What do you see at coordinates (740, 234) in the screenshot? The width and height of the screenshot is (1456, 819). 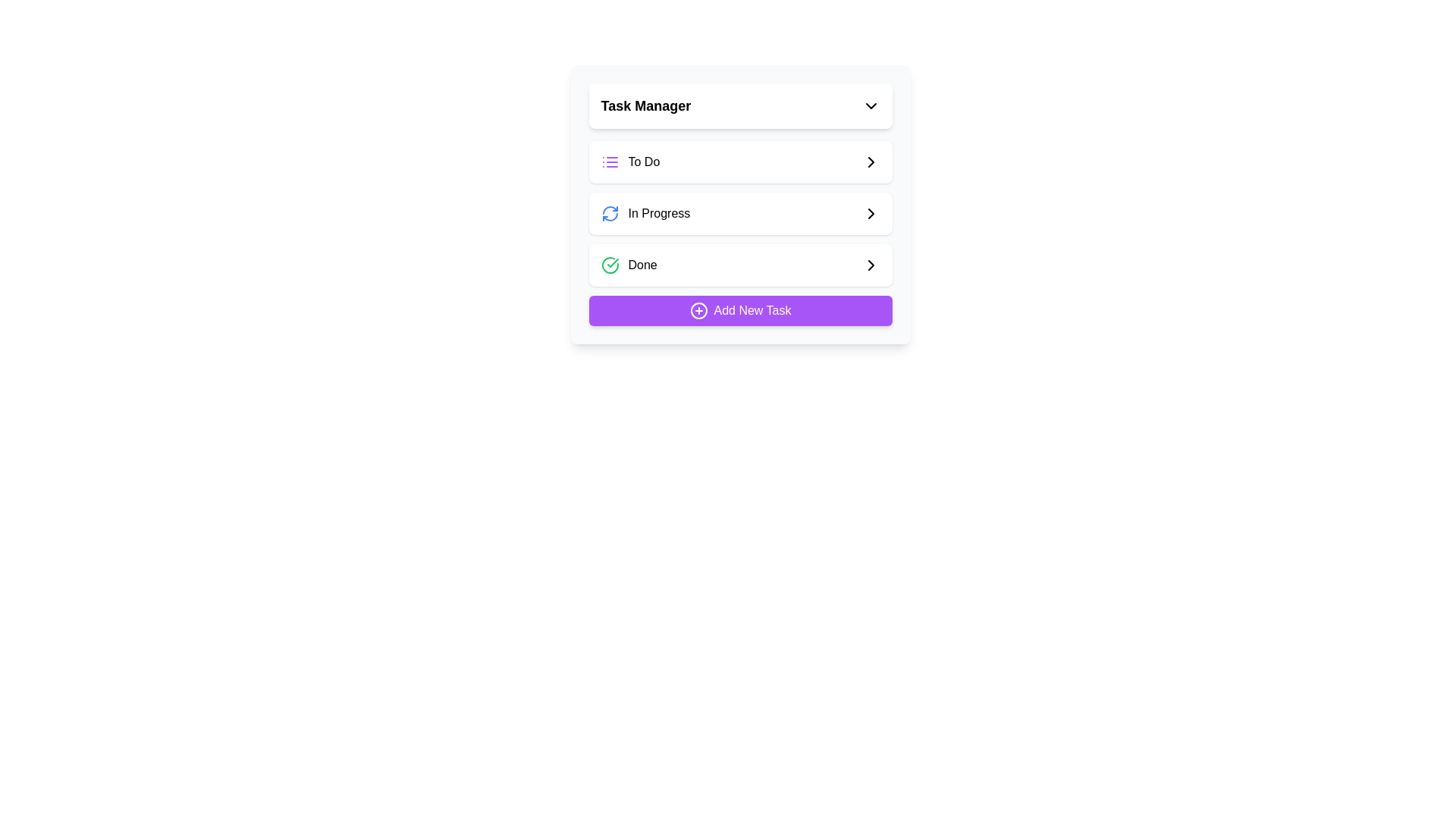 I see `the composite layout element representing the task sections labeled 'To Do', 'In Progress', and 'Done'` at bounding box center [740, 234].